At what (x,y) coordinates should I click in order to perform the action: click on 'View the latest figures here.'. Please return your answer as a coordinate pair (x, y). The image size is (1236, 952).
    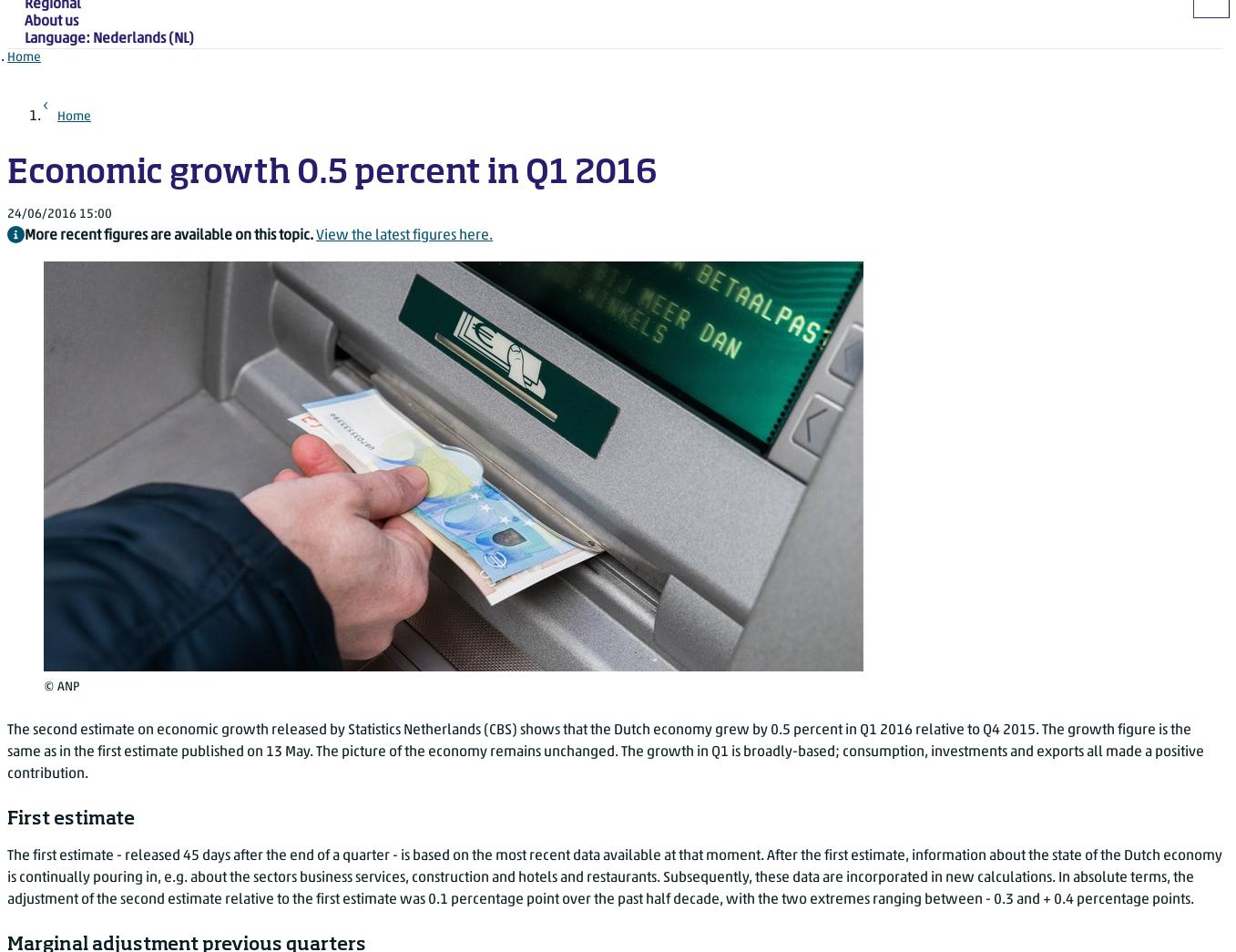
    Looking at the image, I should click on (403, 234).